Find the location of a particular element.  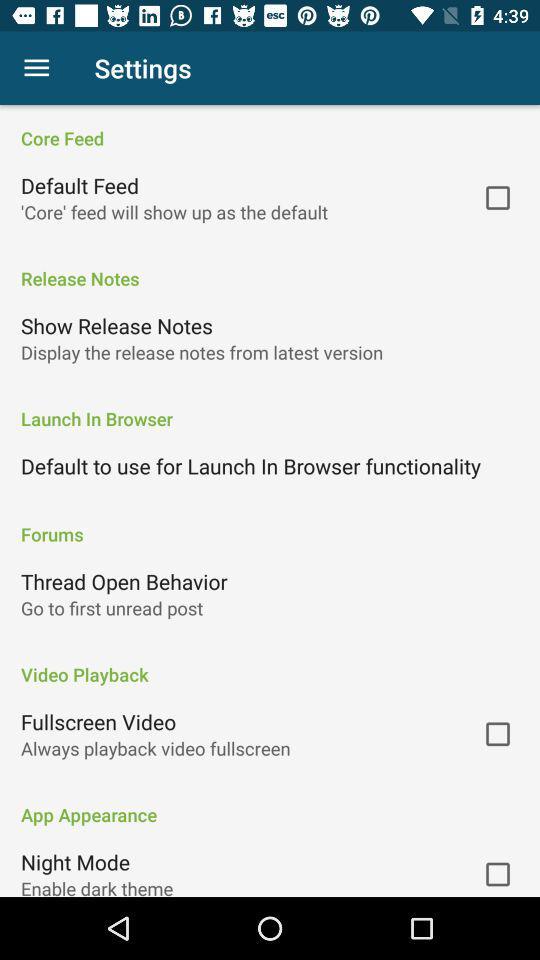

the icon above the enable dark theme is located at coordinates (74, 861).